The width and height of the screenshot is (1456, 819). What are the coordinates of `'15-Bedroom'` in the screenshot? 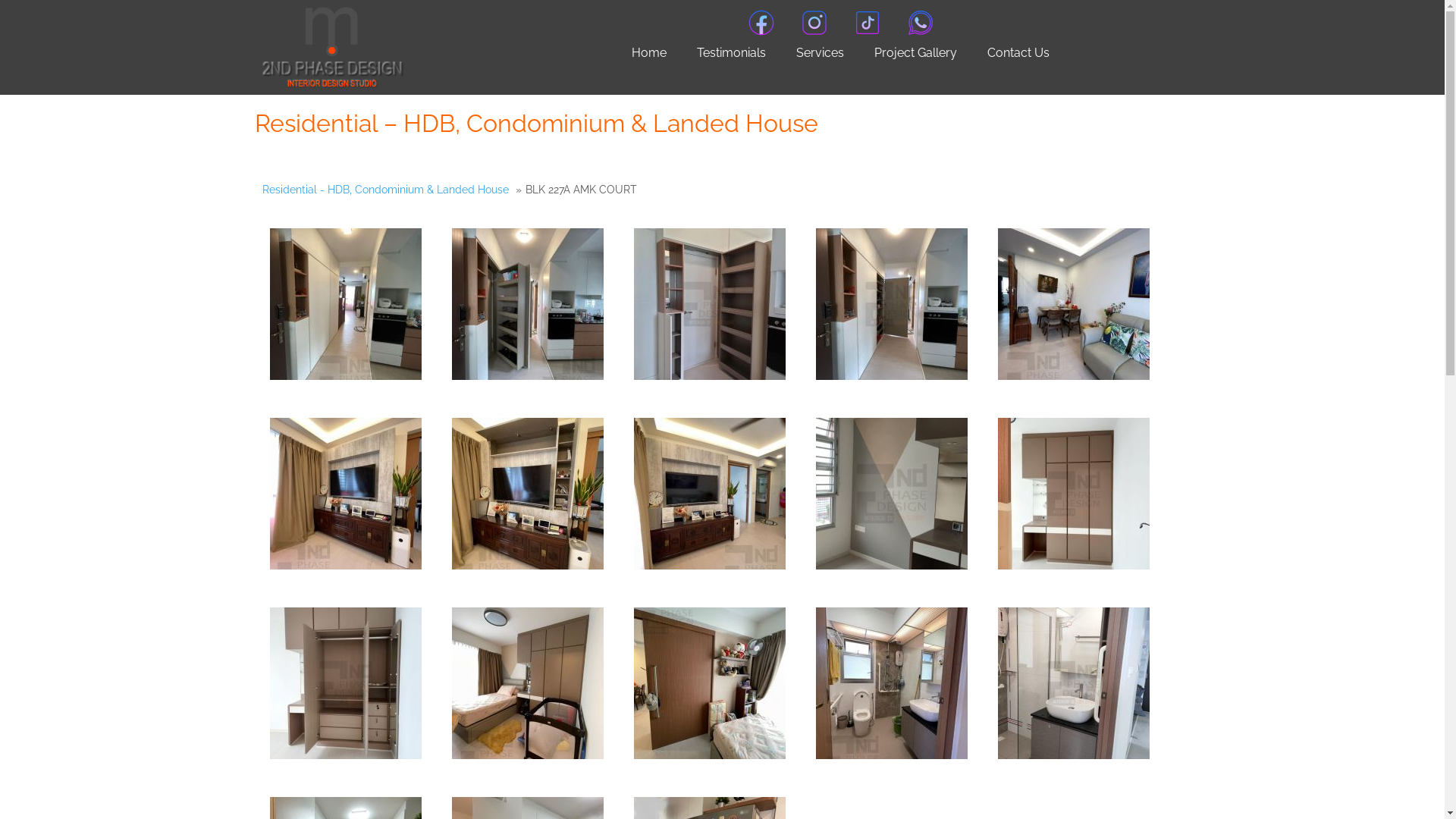 It's located at (450, 683).